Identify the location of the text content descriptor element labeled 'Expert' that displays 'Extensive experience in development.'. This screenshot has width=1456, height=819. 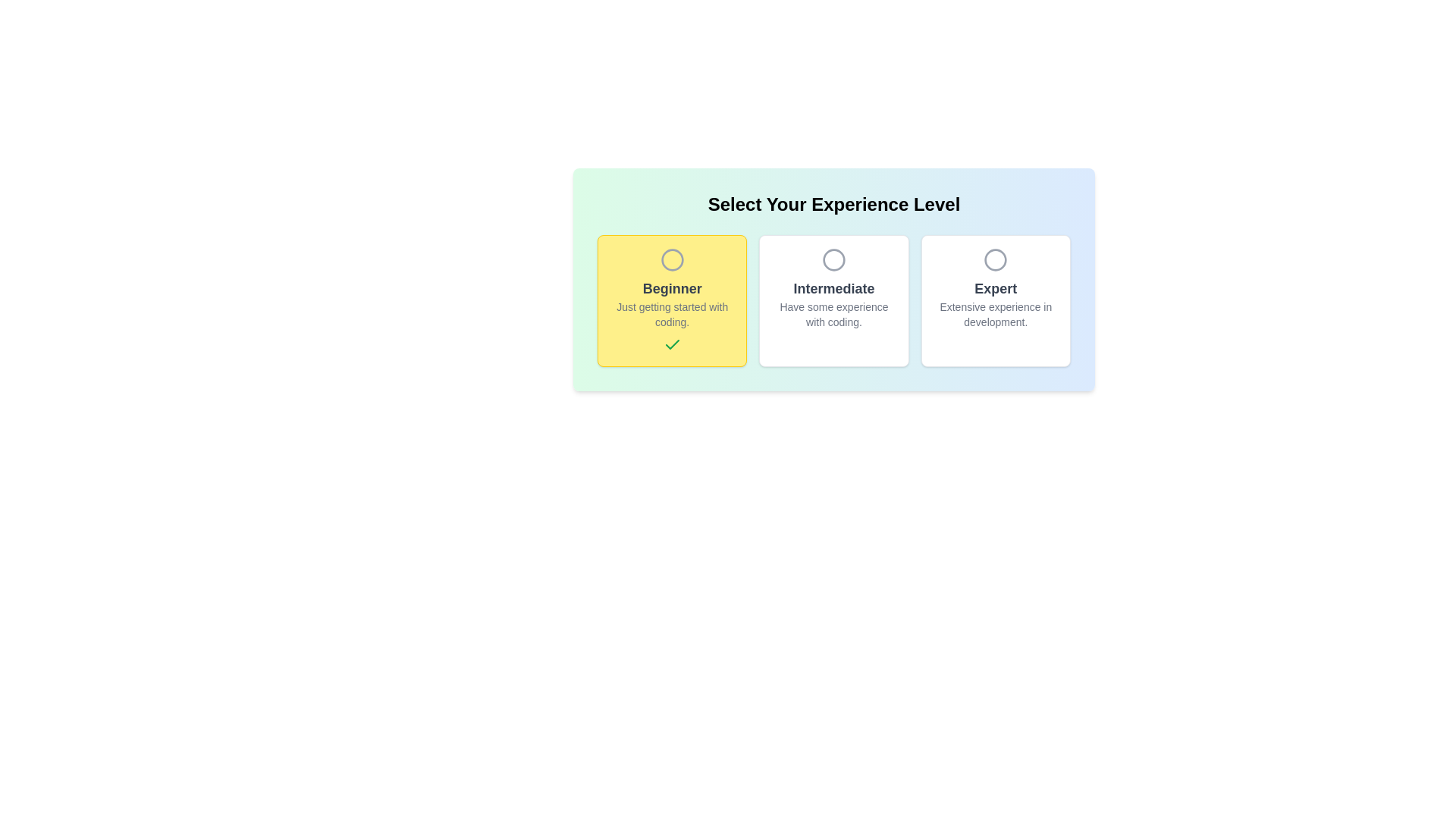
(996, 304).